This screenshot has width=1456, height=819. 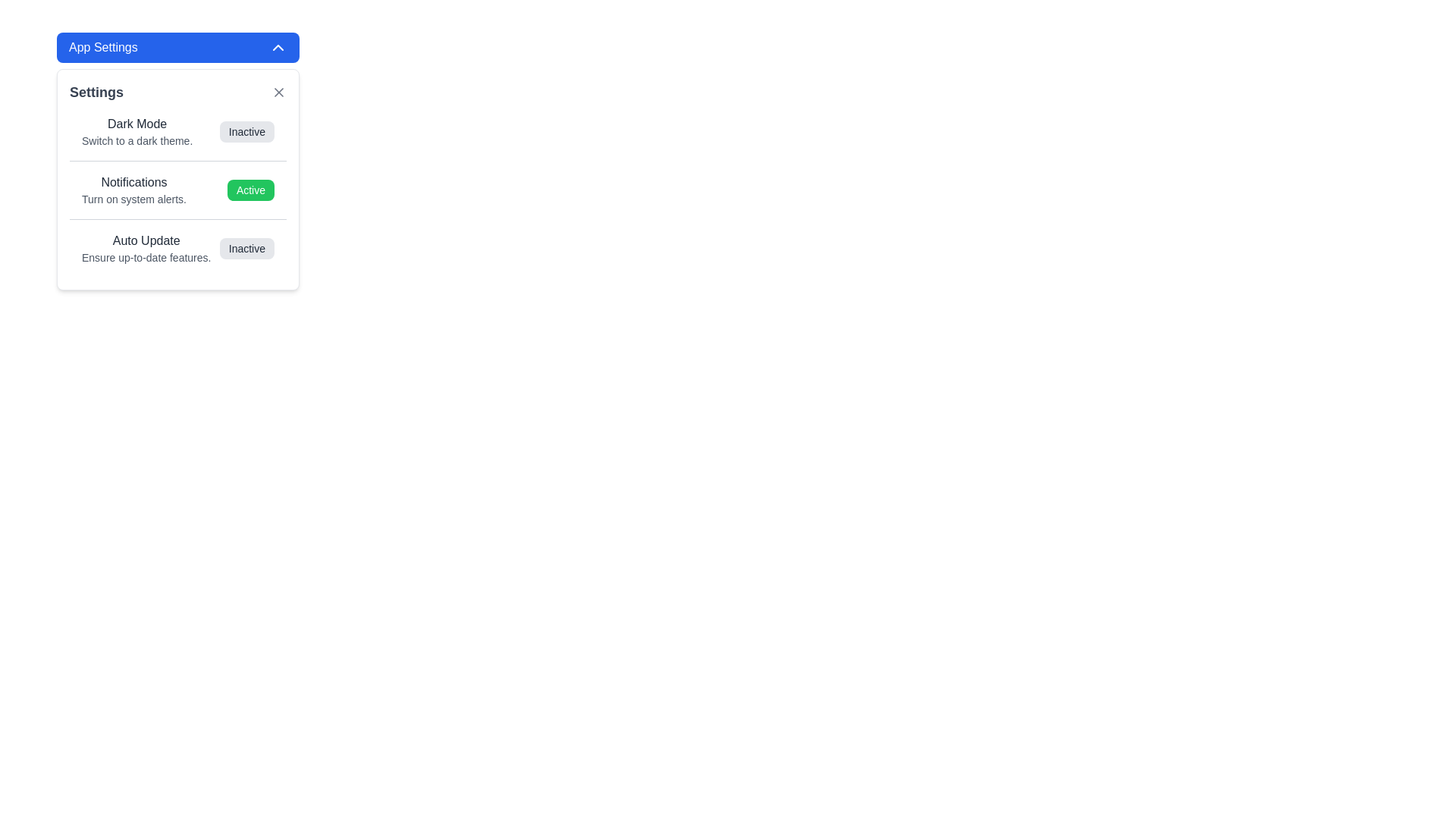 What do you see at coordinates (246, 130) in the screenshot?
I see `the 'Inactive' label in the 'Dark Mode' section of the 'Settings' panel` at bounding box center [246, 130].